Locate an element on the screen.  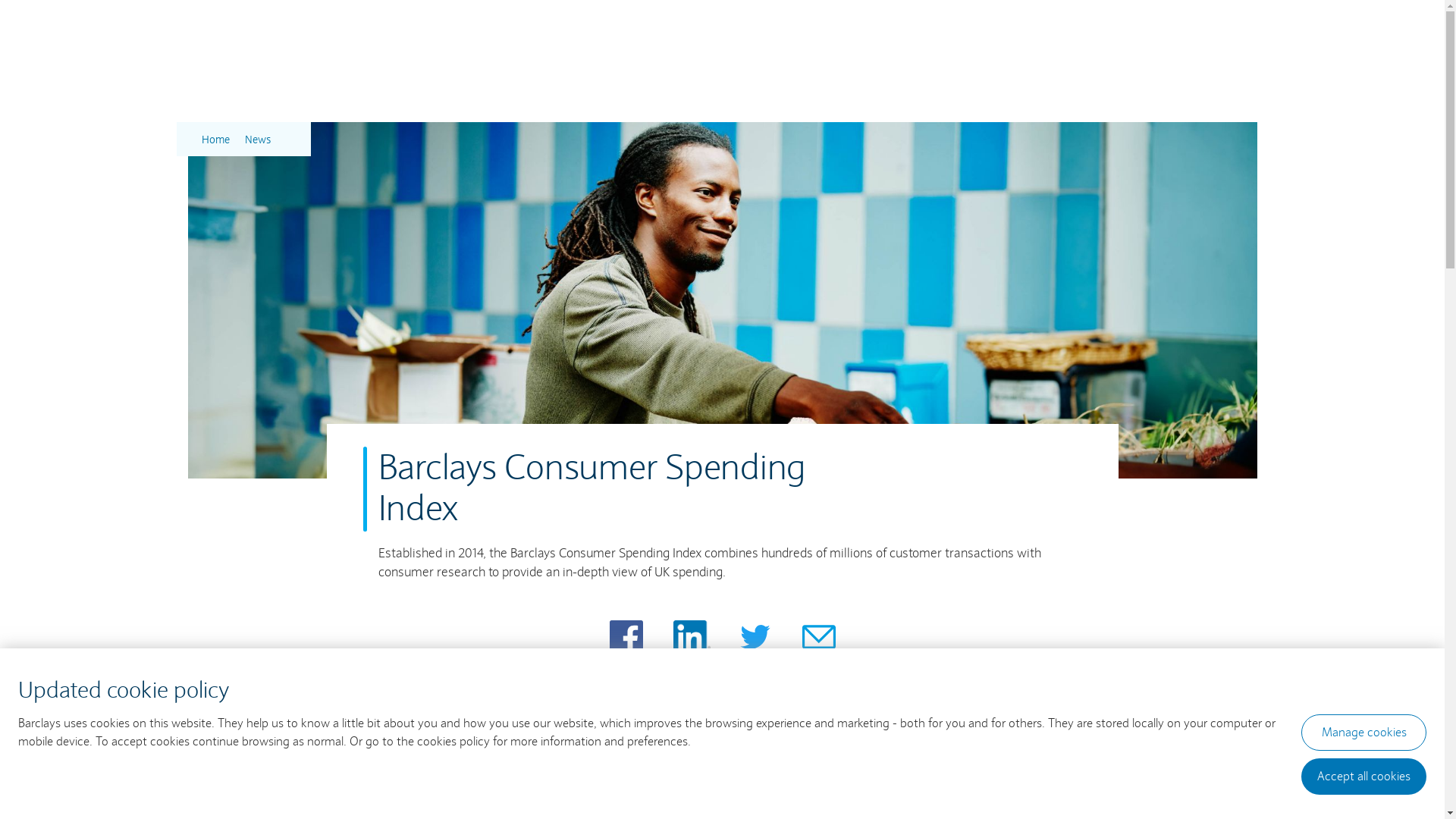
'Share page via Email' is located at coordinates (801, 637).